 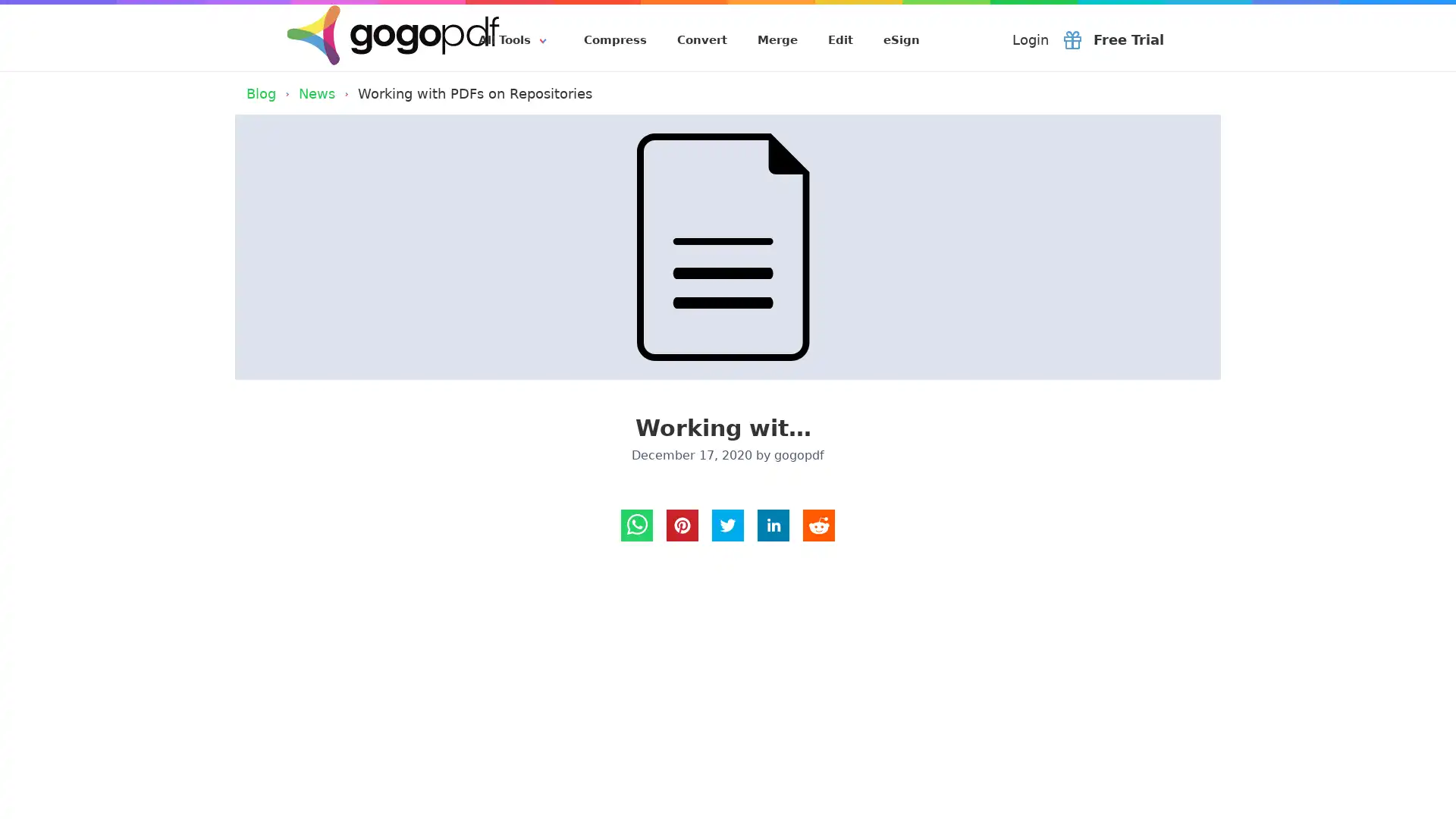 What do you see at coordinates (682, 525) in the screenshot?
I see `Pinterest` at bounding box center [682, 525].